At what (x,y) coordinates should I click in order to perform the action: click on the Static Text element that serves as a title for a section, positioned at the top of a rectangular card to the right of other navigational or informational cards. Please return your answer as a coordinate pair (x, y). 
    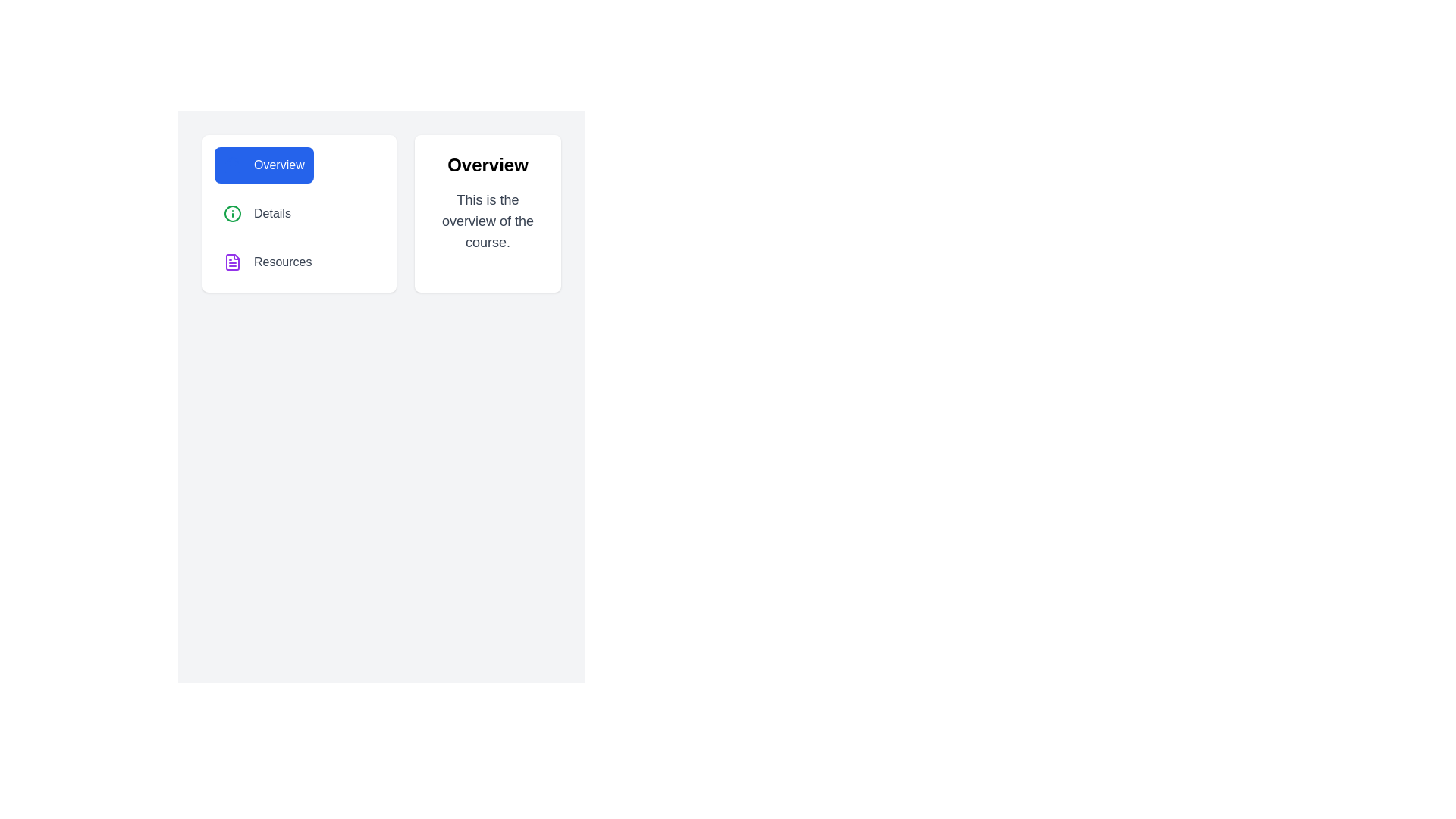
    Looking at the image, I should click on (488, 165).